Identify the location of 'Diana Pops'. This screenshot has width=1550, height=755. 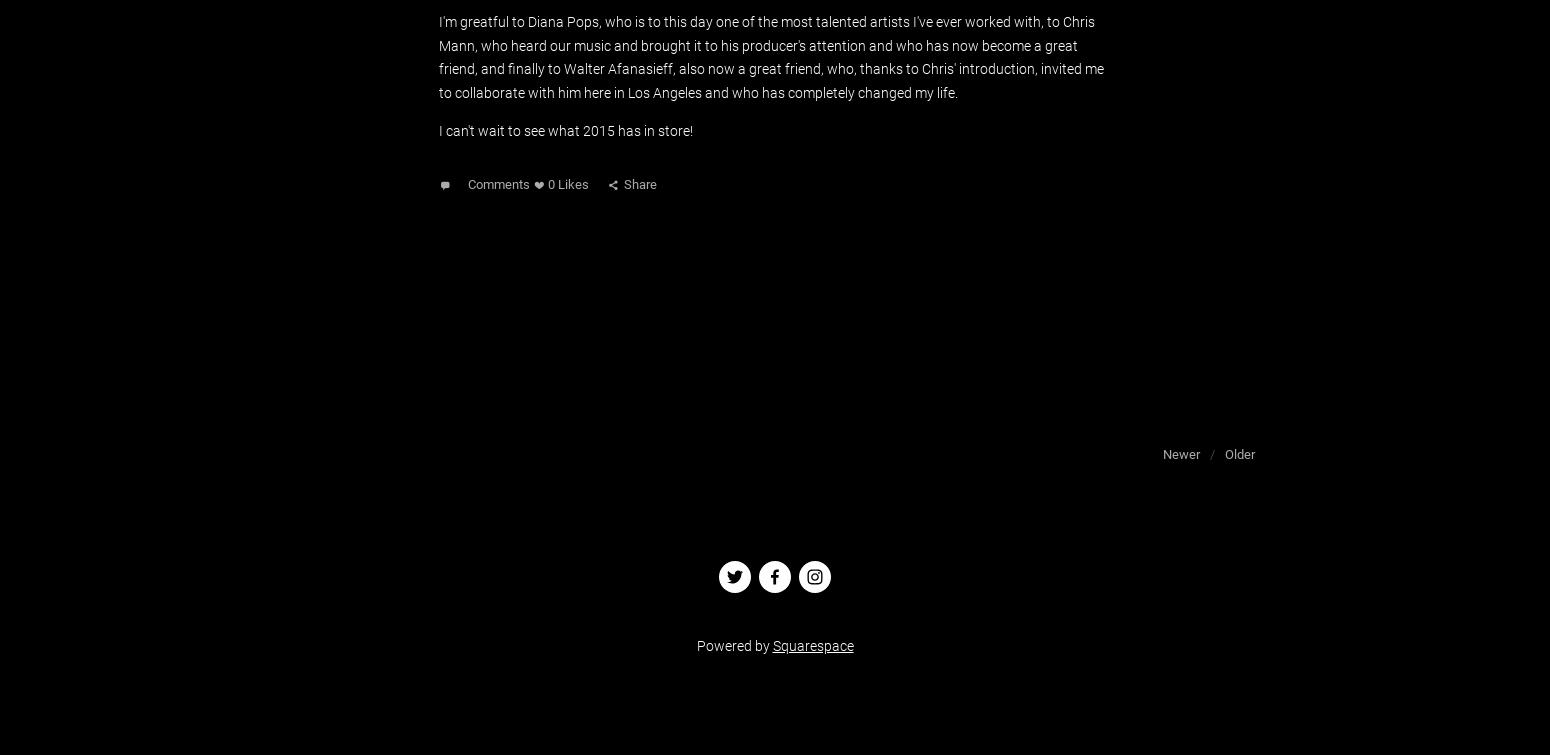
(563, 20).